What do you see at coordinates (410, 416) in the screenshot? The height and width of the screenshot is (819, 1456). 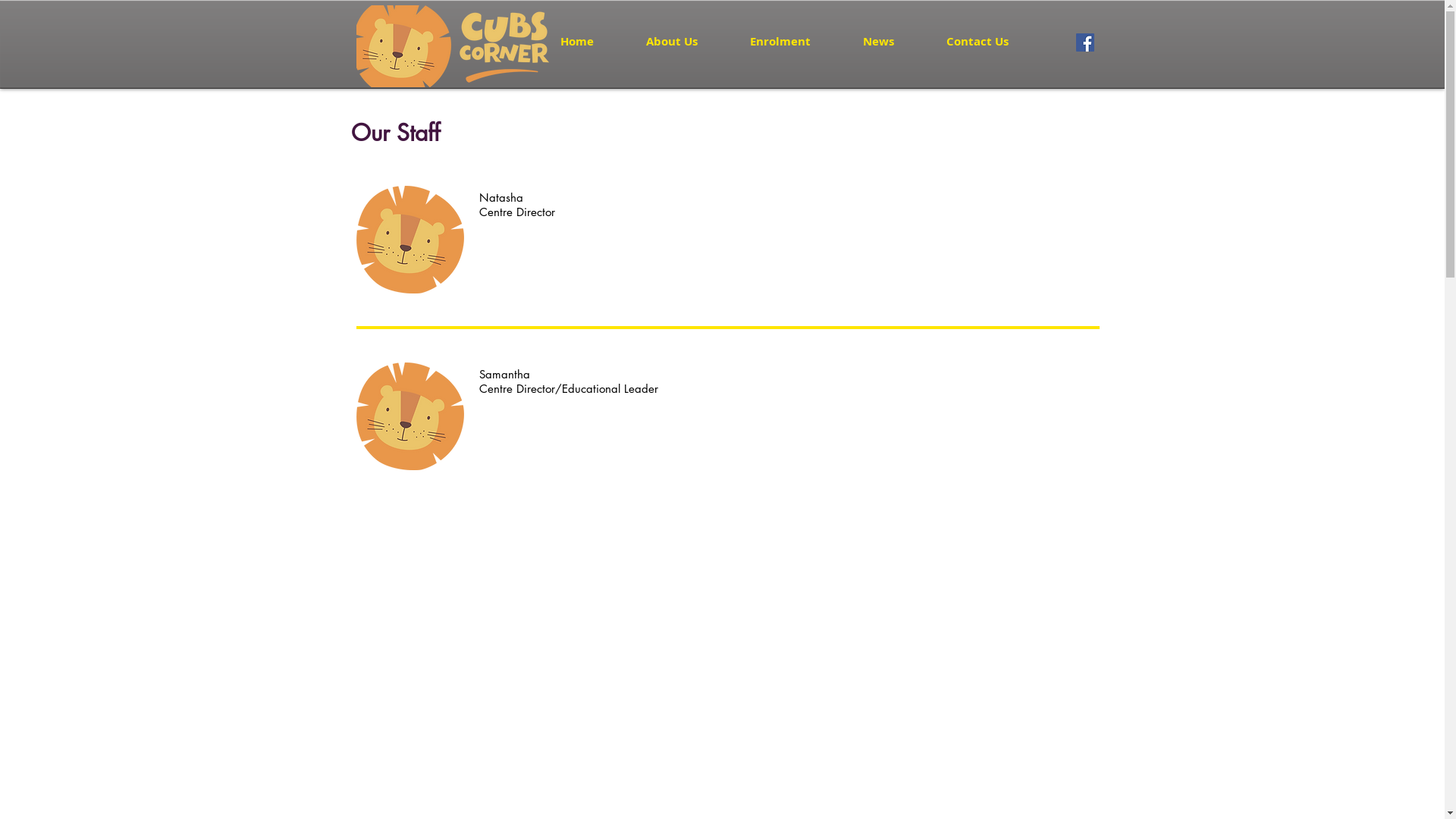 I see `'head.png'` at bounding box center [410, 416].